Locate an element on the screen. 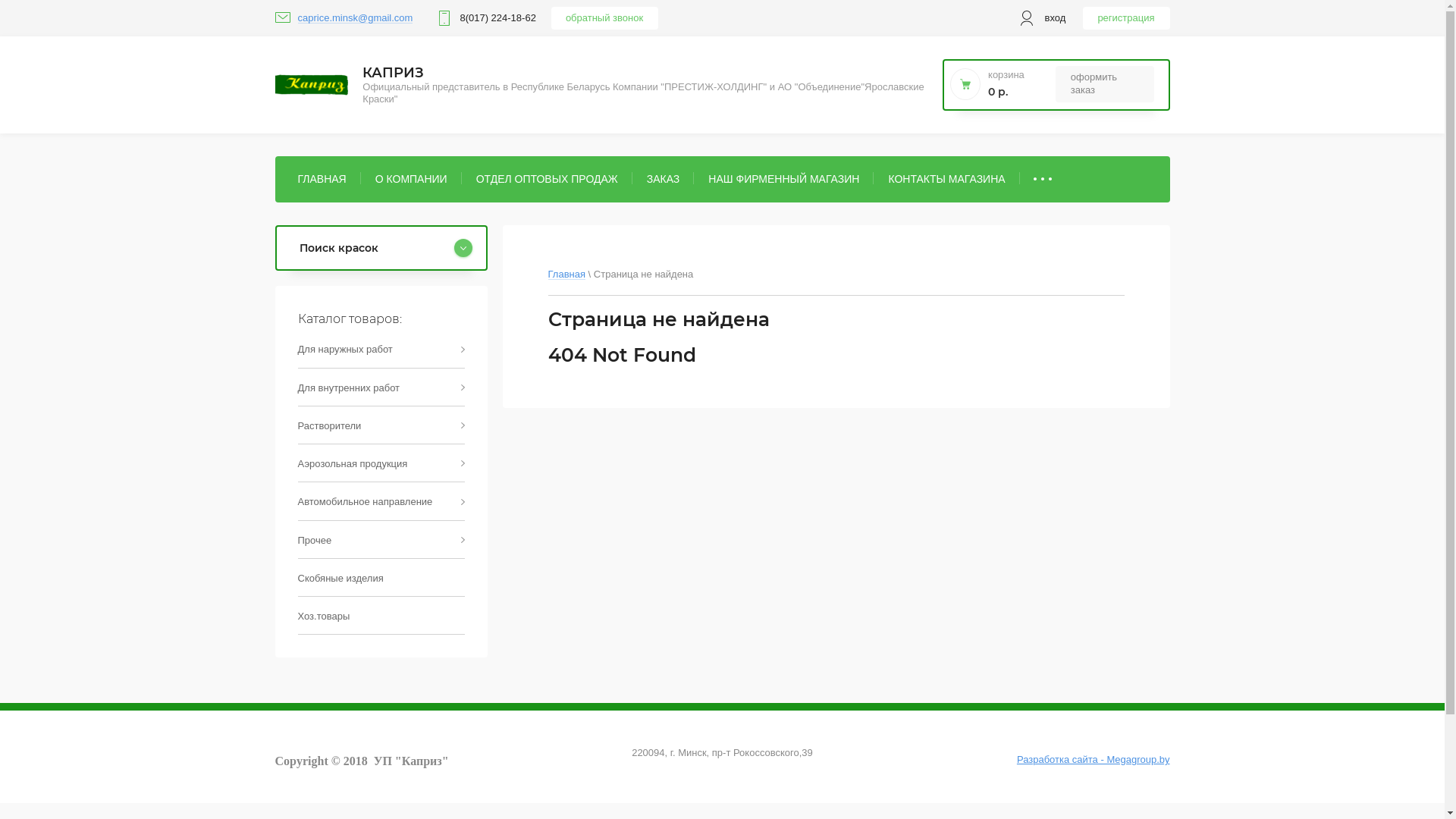  '8(017) 224-18-62' is located at coordinates (497, 17).